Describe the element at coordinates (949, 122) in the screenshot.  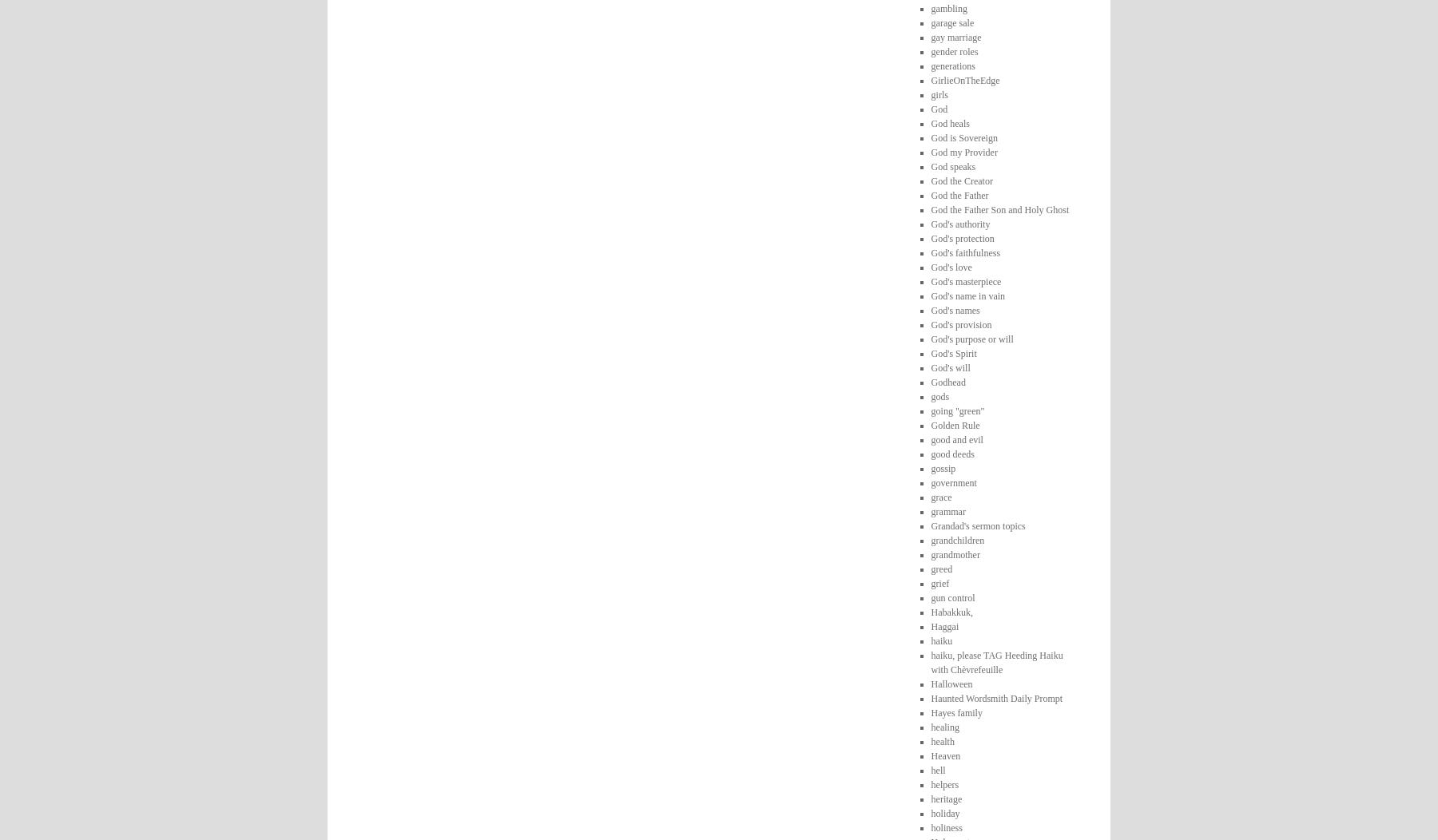
I see `'God heals'` at that location.